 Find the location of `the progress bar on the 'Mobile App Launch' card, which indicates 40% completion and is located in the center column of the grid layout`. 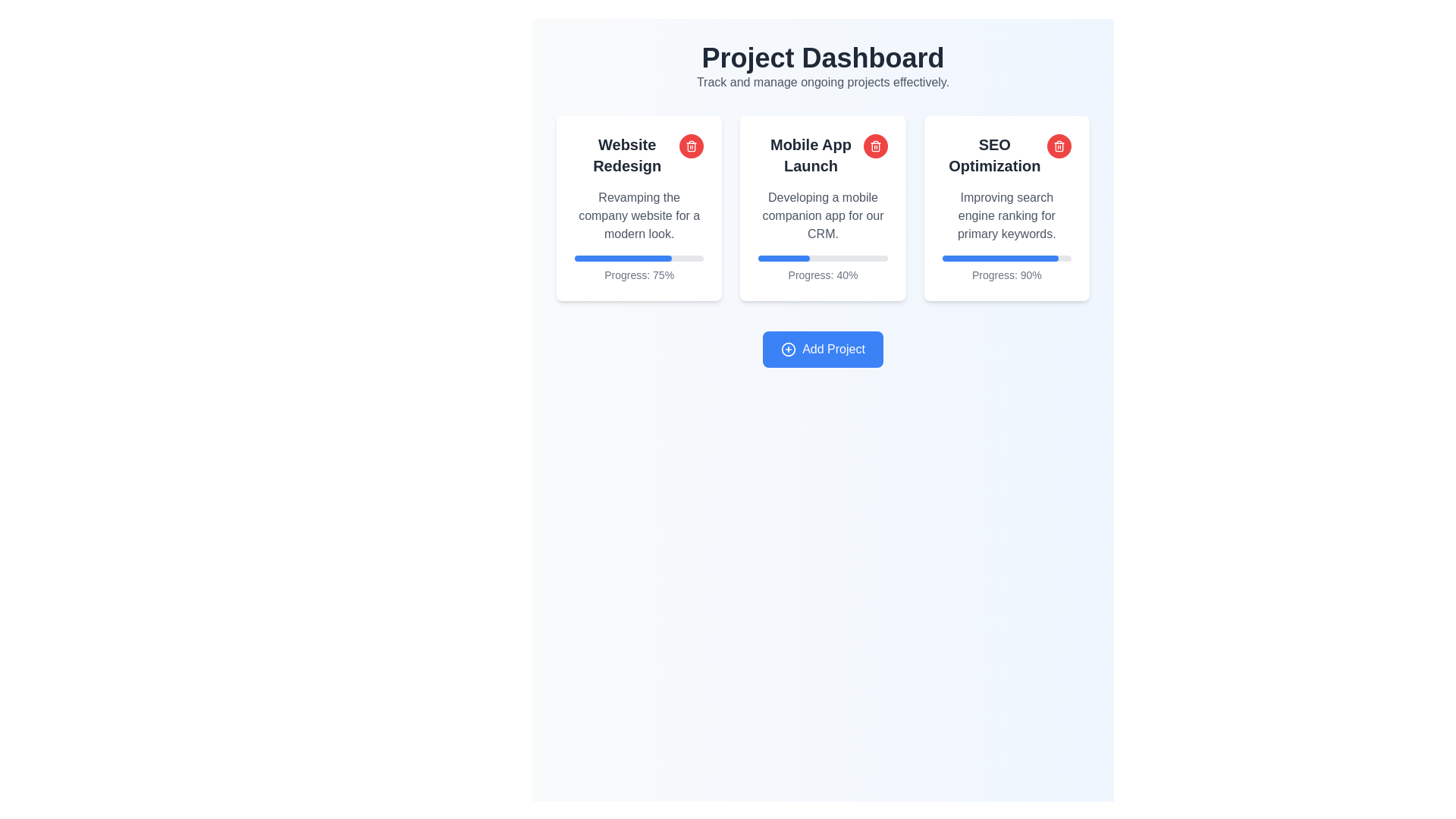

the progress bar on the 'Mobile App Launch' card, which indicates 40% completion and is located in the center column of the grid layout is located at coordinates (822, 208).